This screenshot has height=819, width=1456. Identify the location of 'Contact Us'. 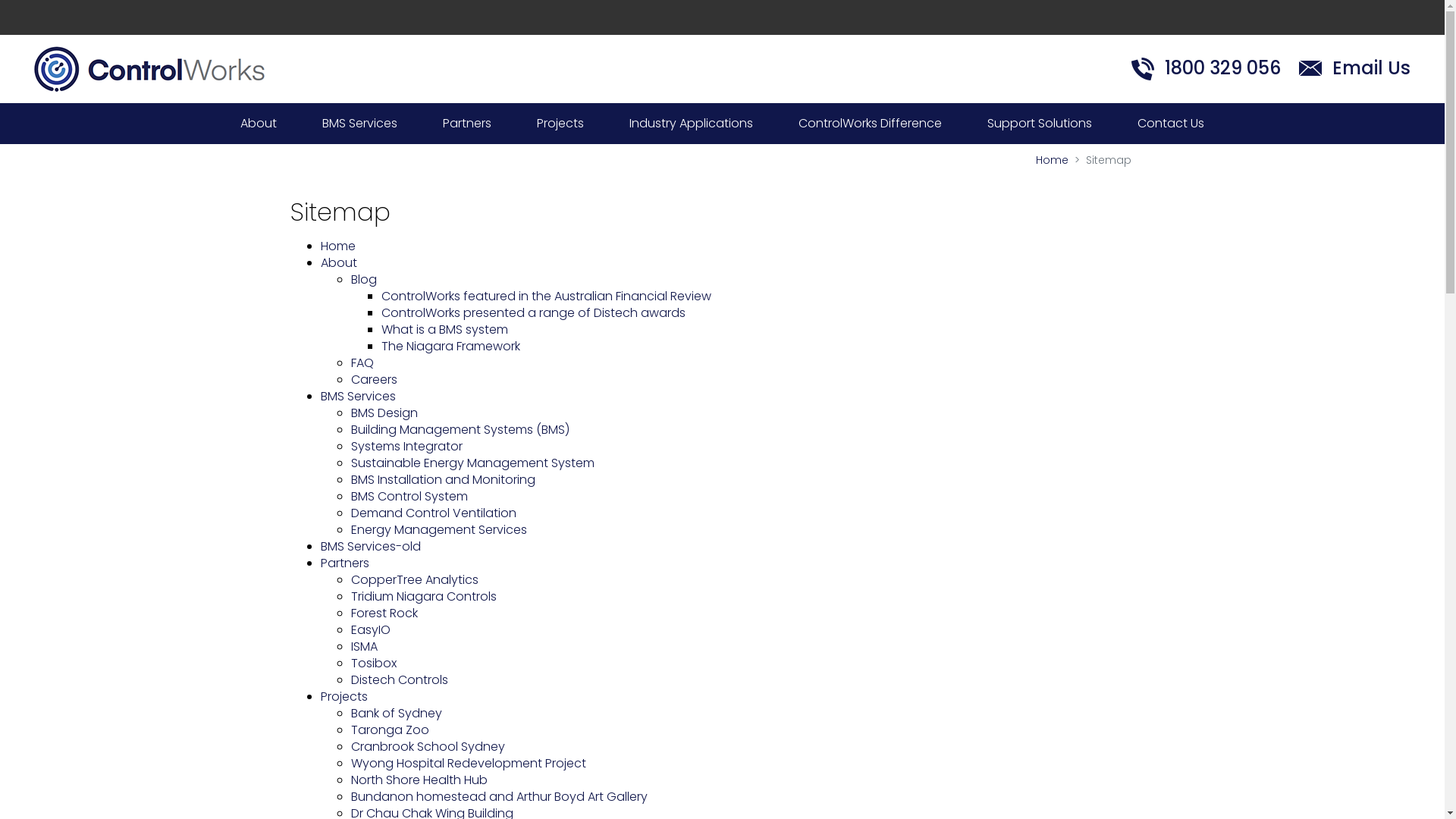
(1170, 122).